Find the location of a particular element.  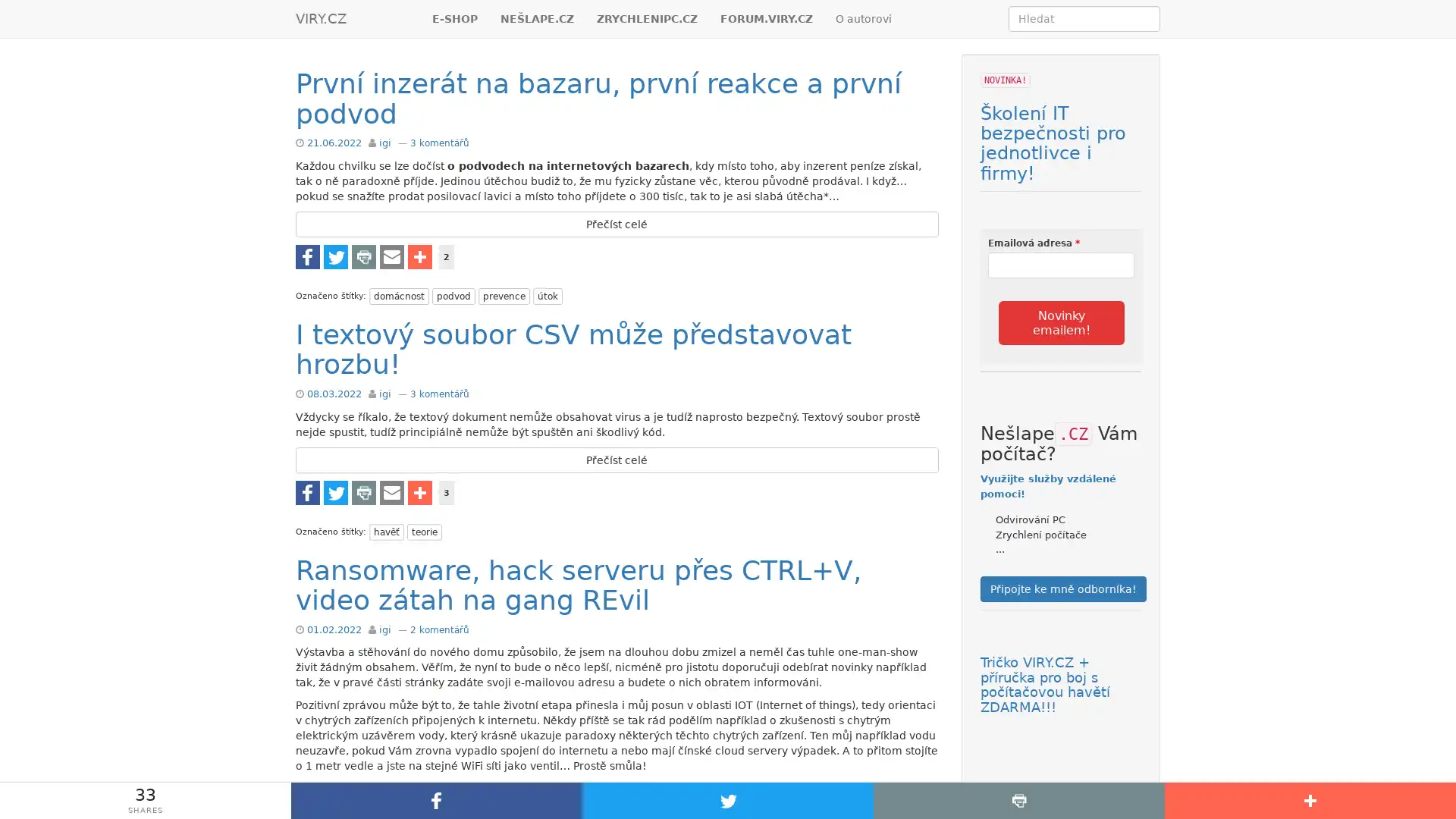

Share to Vice... is located at coordinates (419, 256).